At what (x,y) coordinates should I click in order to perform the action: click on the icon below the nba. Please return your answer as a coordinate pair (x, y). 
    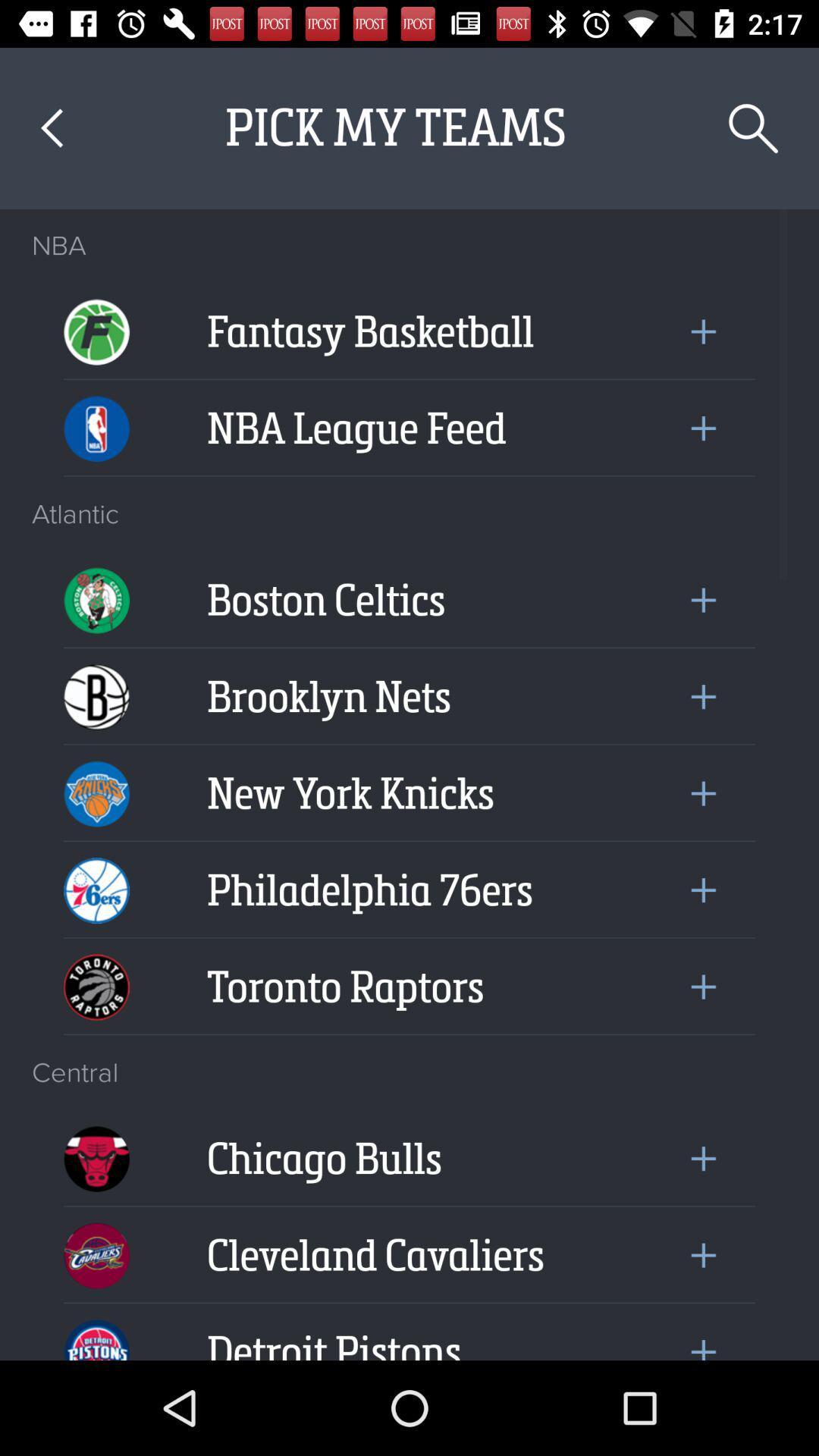
    Looking at the image, I should click on (96, 320).